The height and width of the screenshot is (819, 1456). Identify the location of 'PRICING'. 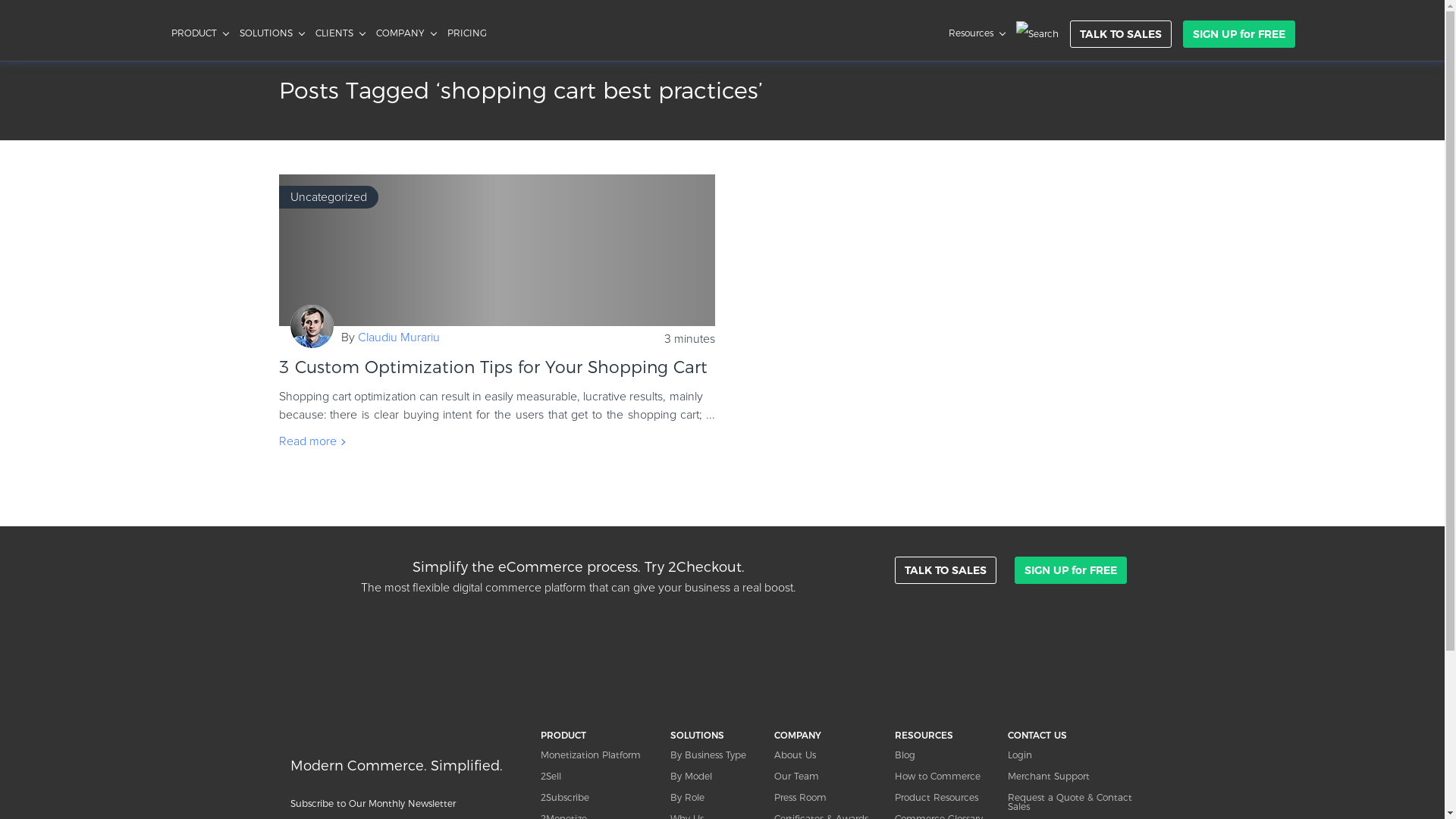
(466, 33).